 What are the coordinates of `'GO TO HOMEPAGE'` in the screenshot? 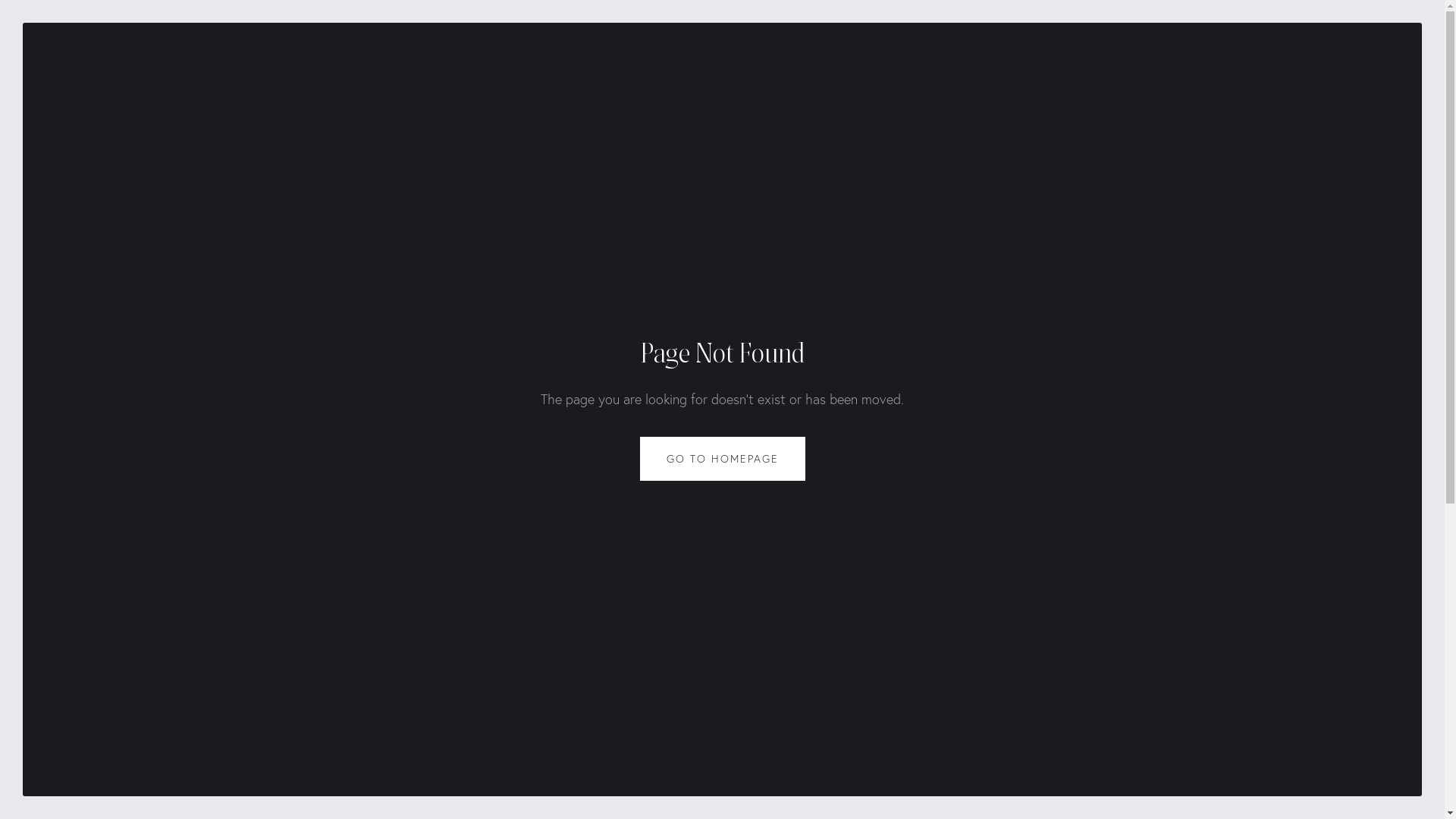 It's located at (722, 458).